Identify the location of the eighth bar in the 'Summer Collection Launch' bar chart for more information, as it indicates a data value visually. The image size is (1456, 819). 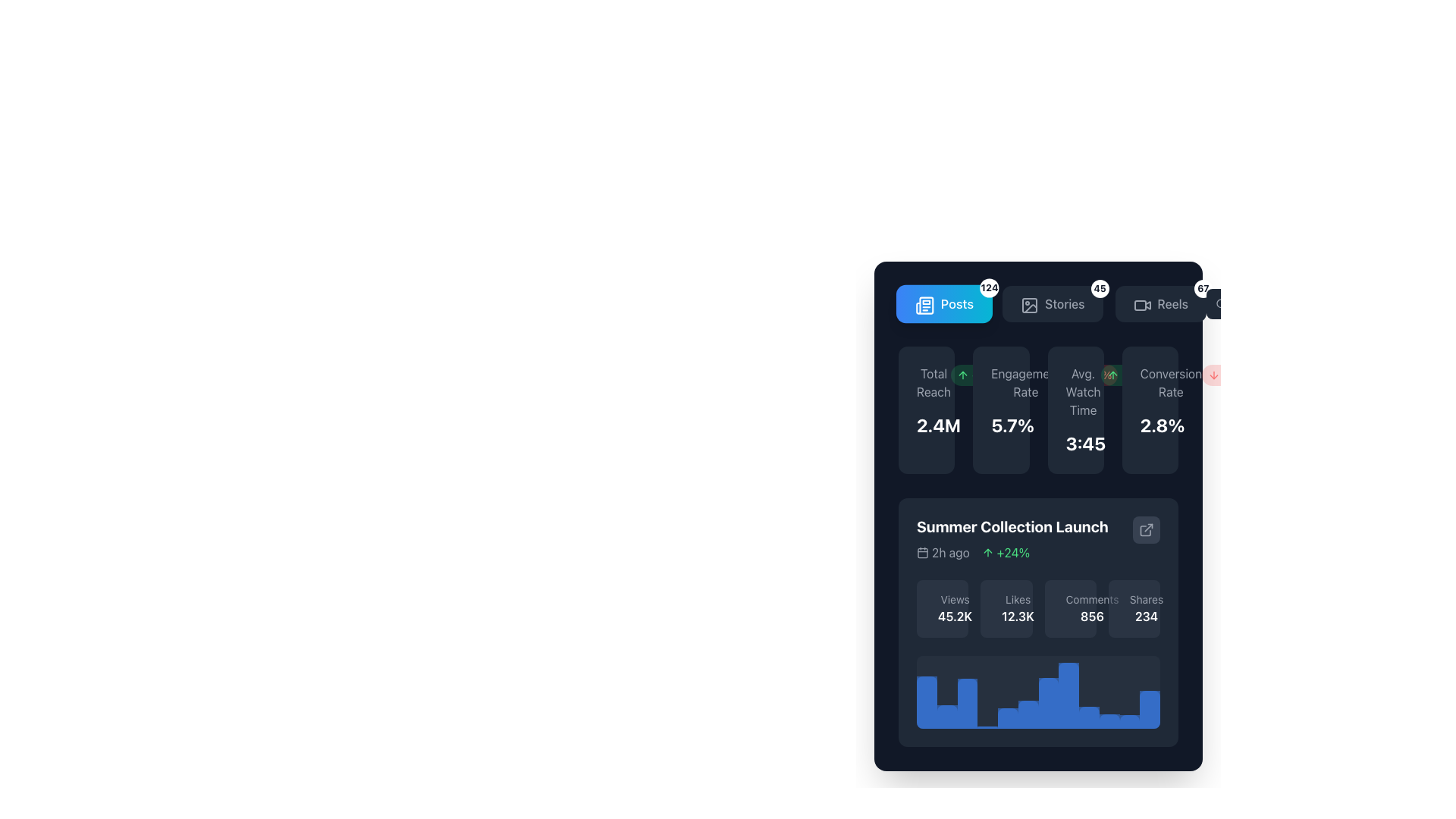
(1068, 695).